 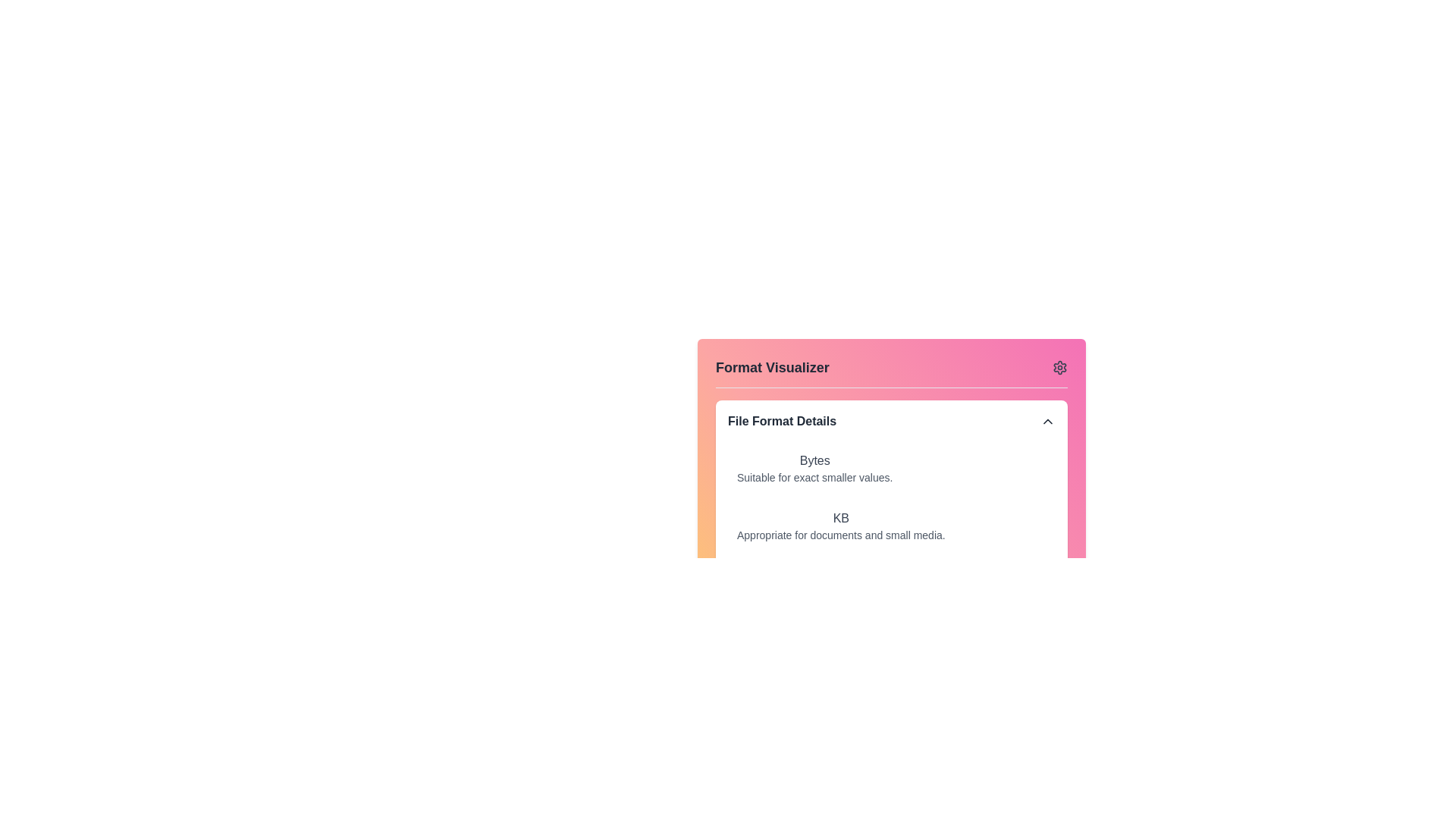 What do you see at coordinates (1059, 368) in the screenshot?
I see `the gear icon button located at the top-right corner of the 'Format Visualizer' header section` at bounding box center [1059, 368].